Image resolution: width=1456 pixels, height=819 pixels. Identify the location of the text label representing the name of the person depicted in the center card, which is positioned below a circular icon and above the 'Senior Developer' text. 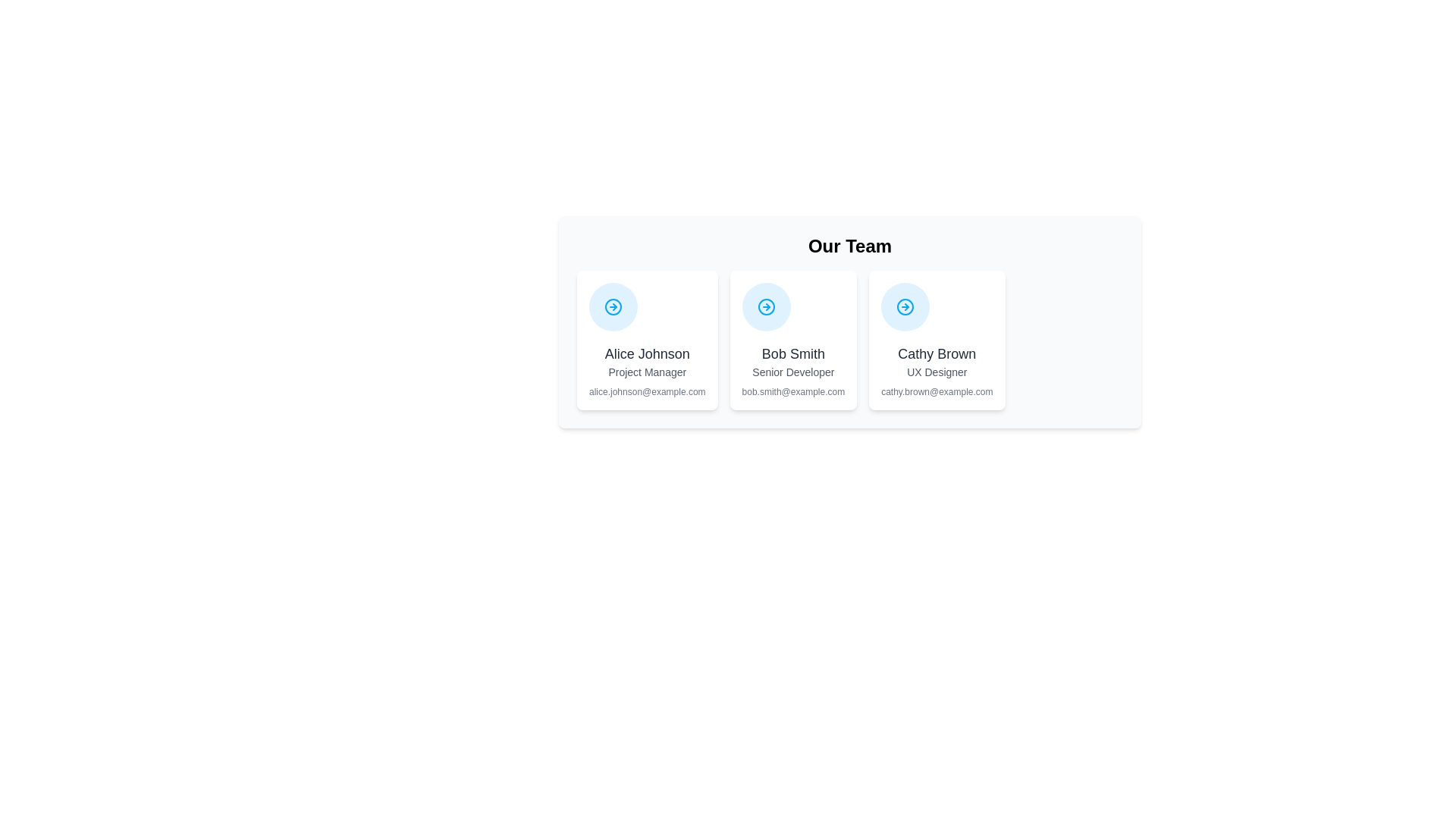
(792, 353).